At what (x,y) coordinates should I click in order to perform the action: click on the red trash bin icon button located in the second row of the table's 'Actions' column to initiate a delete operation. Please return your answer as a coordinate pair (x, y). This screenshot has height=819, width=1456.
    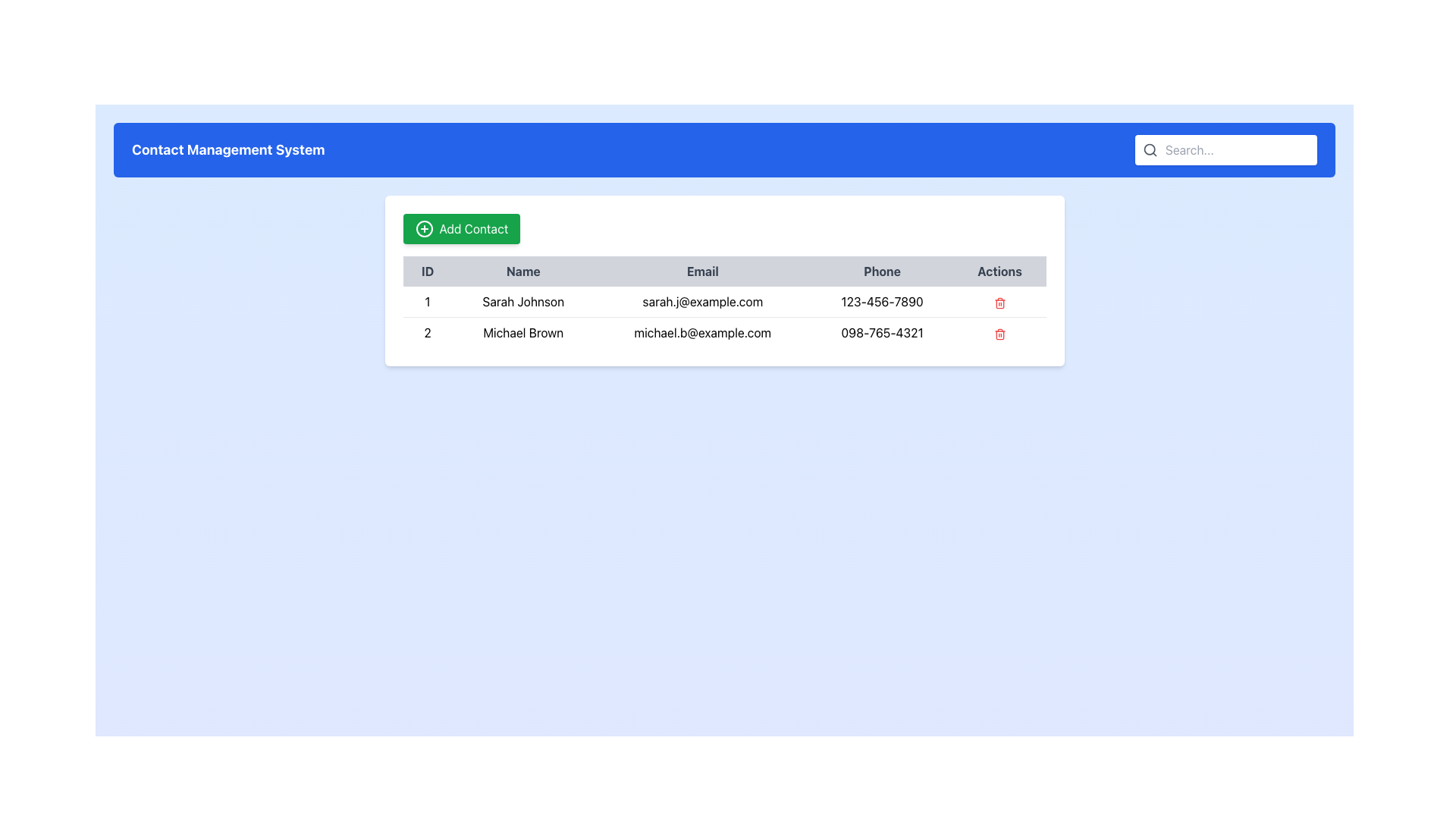
    Looking at the image, I should click on (999, 332).